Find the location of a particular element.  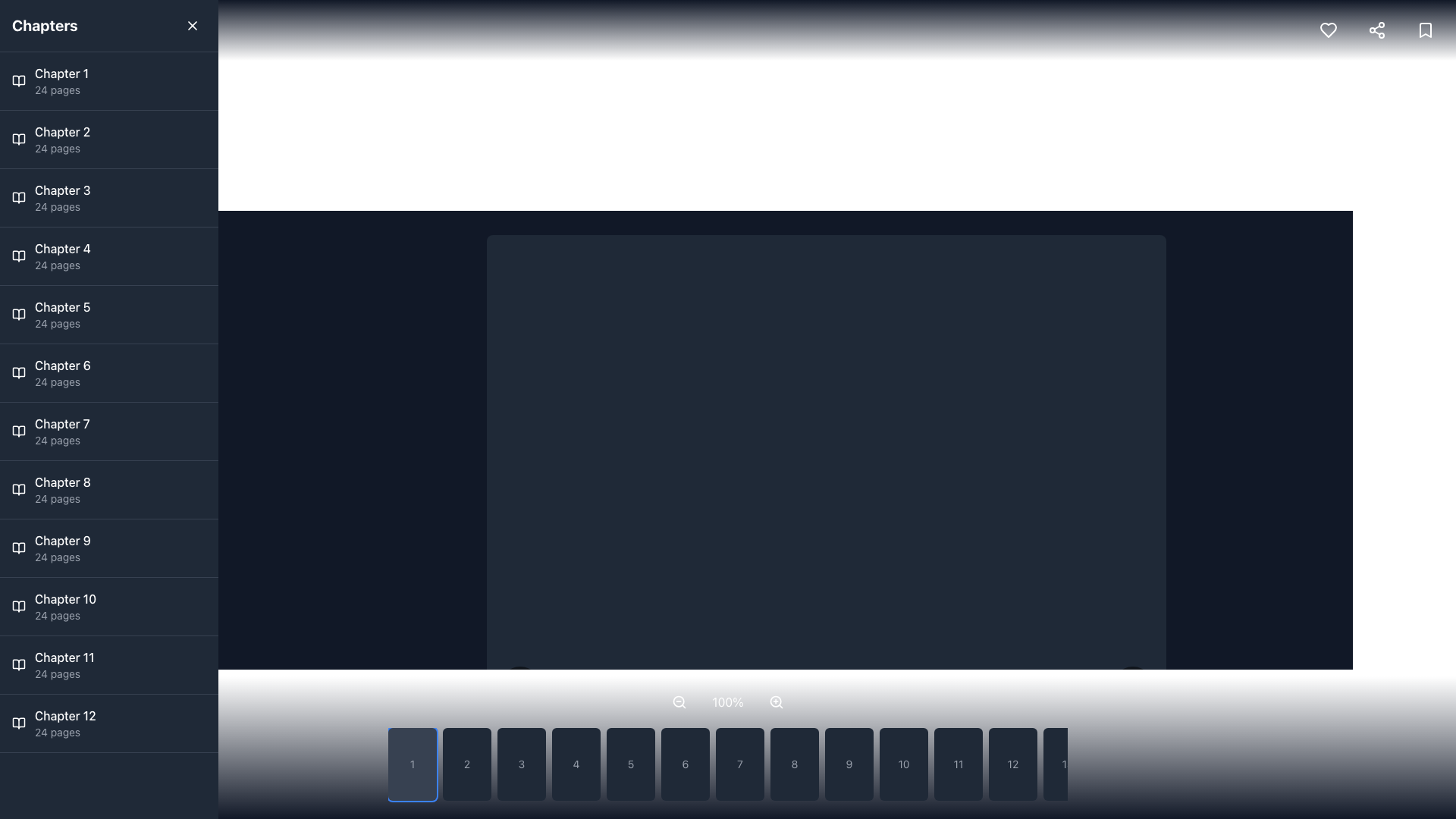

the button labeled '11', which is a rectangular component with rounded corners and a dark gray background is located at coordinates (957, 764).